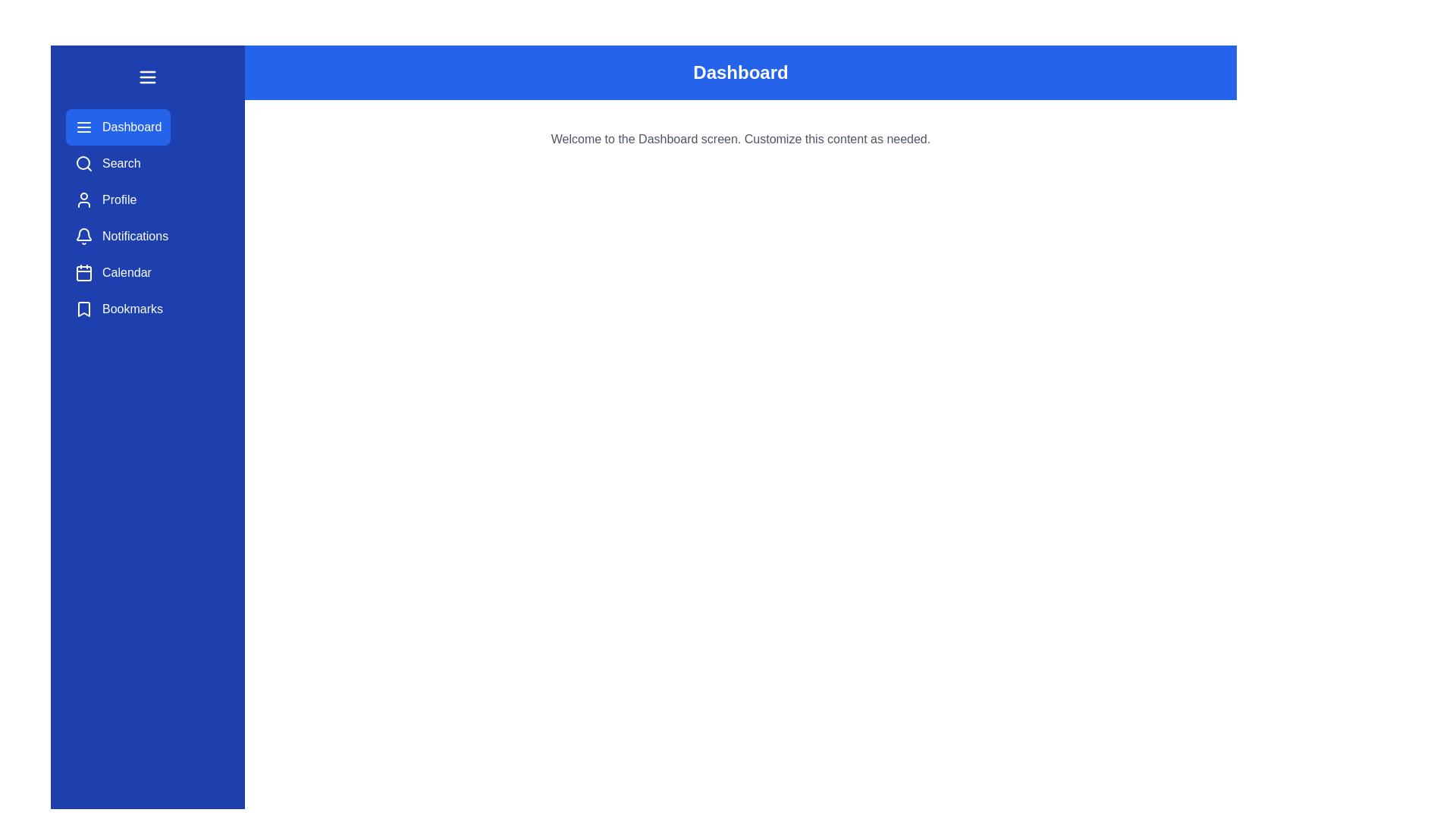  Describe the element at coordinates (741, 73) in the screenshot. I see `text content of the Dashboard header element, which is the title at the top of the interface` at that location.